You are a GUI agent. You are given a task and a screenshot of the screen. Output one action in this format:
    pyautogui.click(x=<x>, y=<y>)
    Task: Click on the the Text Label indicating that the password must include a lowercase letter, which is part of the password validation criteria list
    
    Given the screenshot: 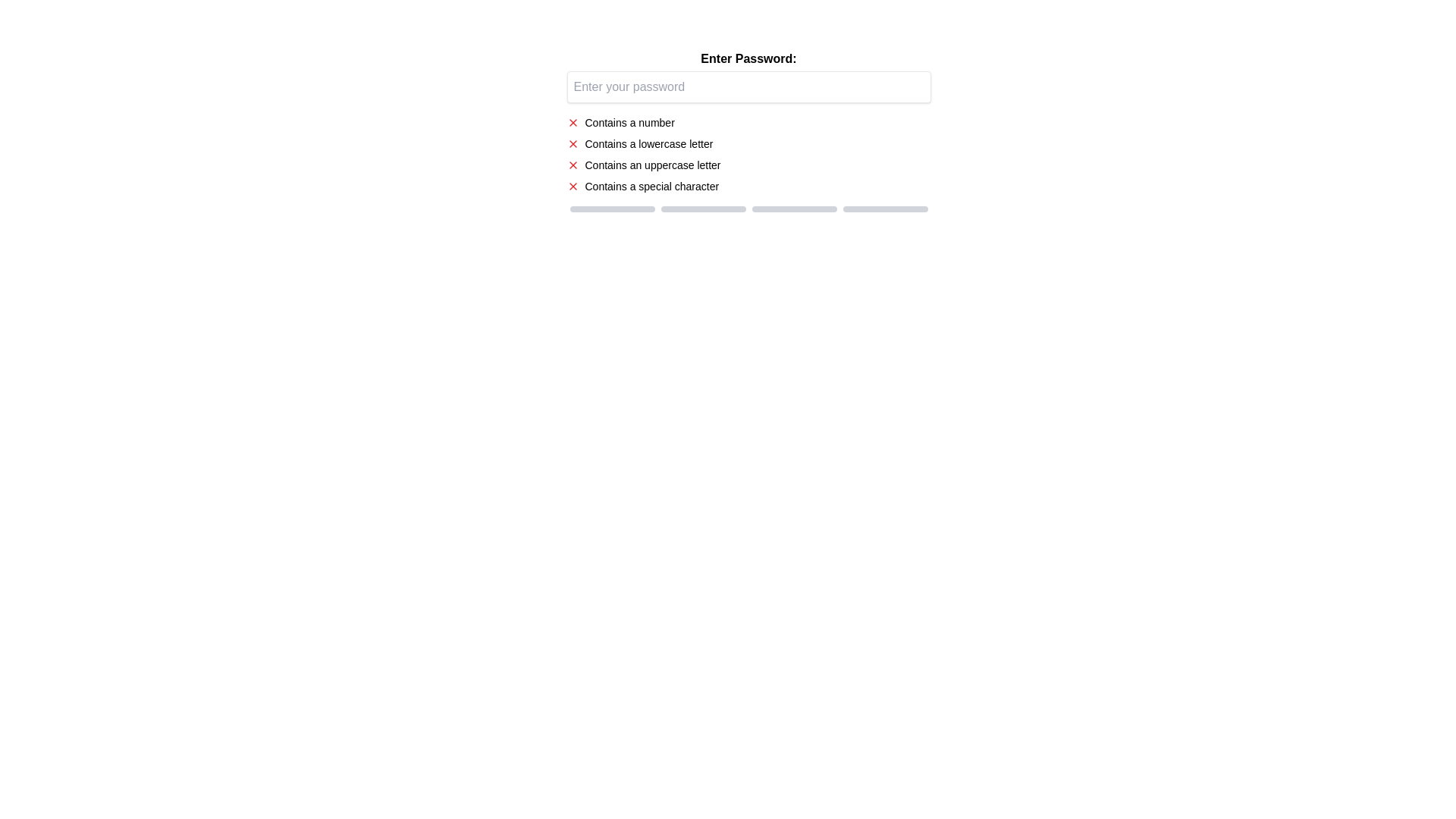 What is the action you would take?
    pyautogui.click(x=648, y=143)
    